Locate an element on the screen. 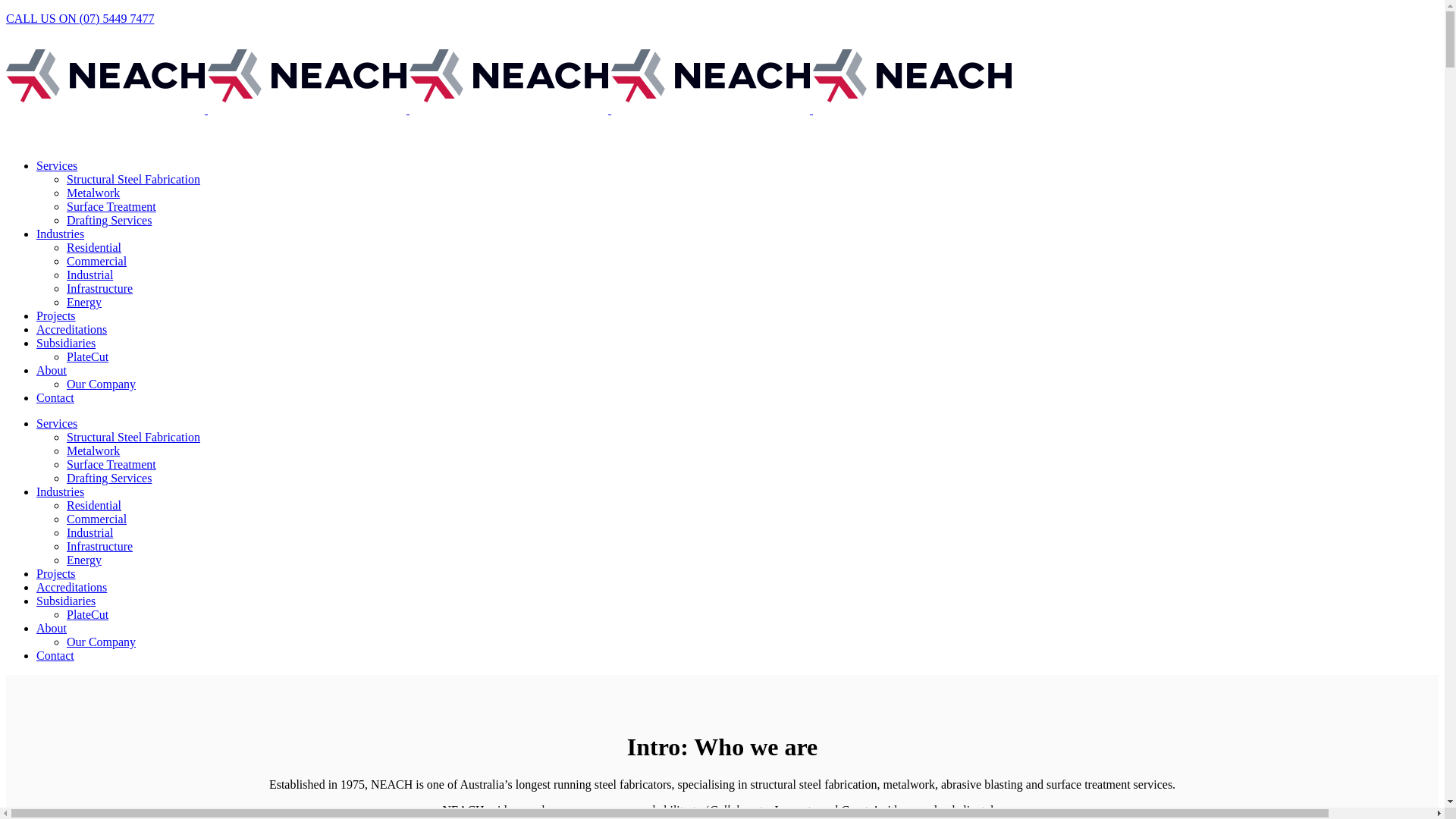  'Subsidiaries' is located at coordinates (64, 343).